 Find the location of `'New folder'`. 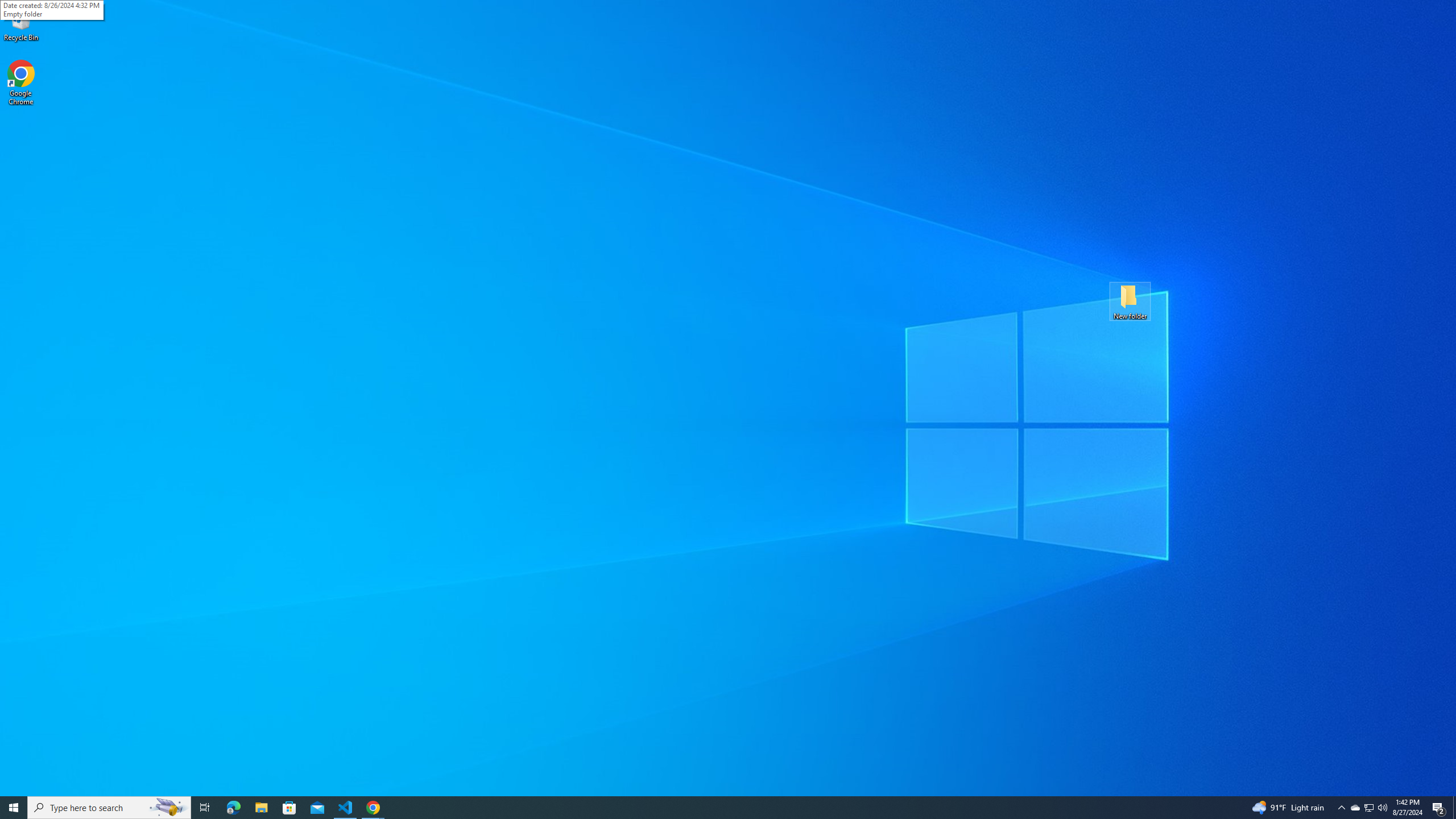

'New folder' is located at coordinates (1130, 300).